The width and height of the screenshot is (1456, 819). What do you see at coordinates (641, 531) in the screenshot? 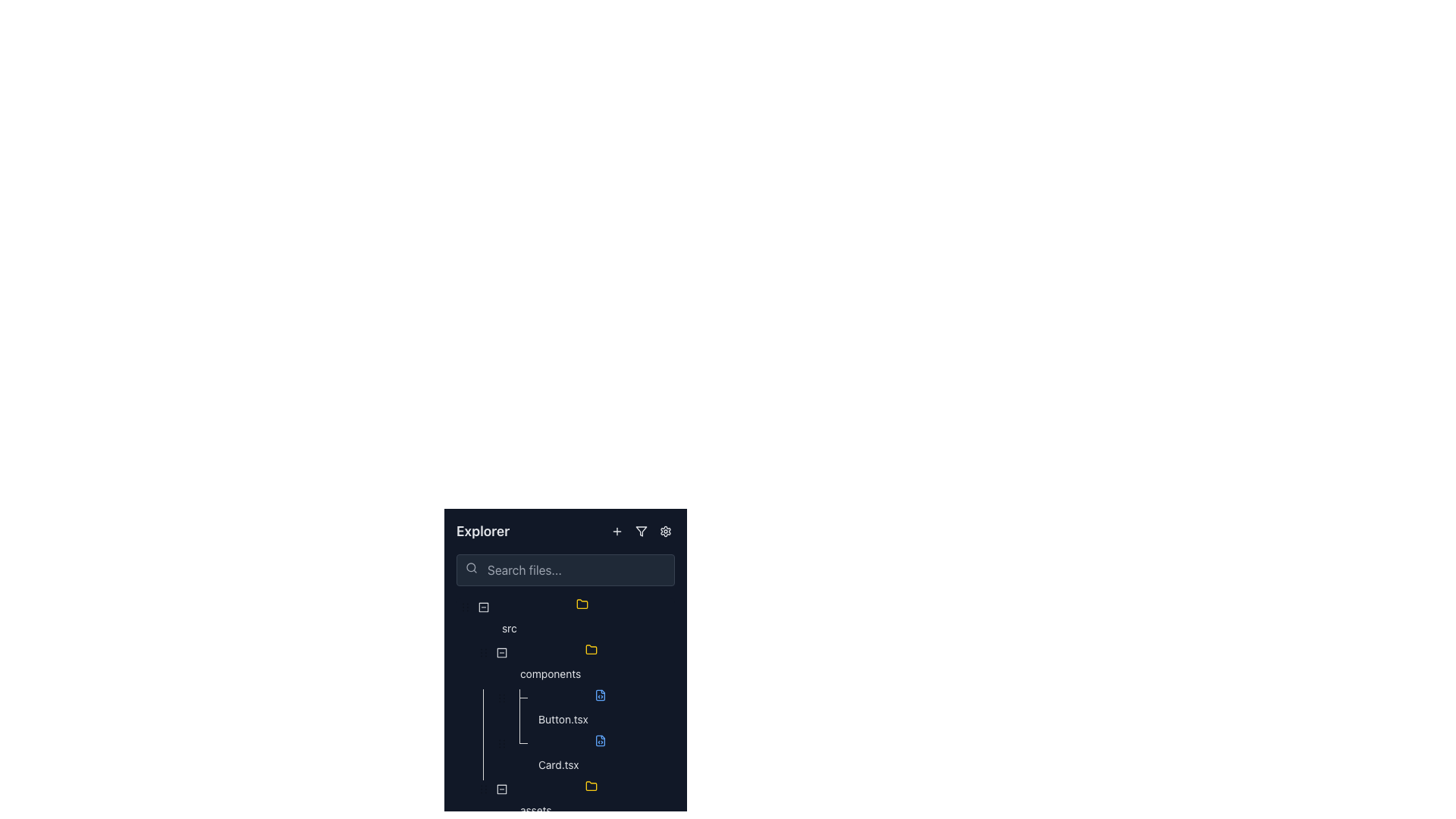
I see `the middle icon with a filter symbol in the header section labeled 'Explorer'` at bounding box center [641, 531].